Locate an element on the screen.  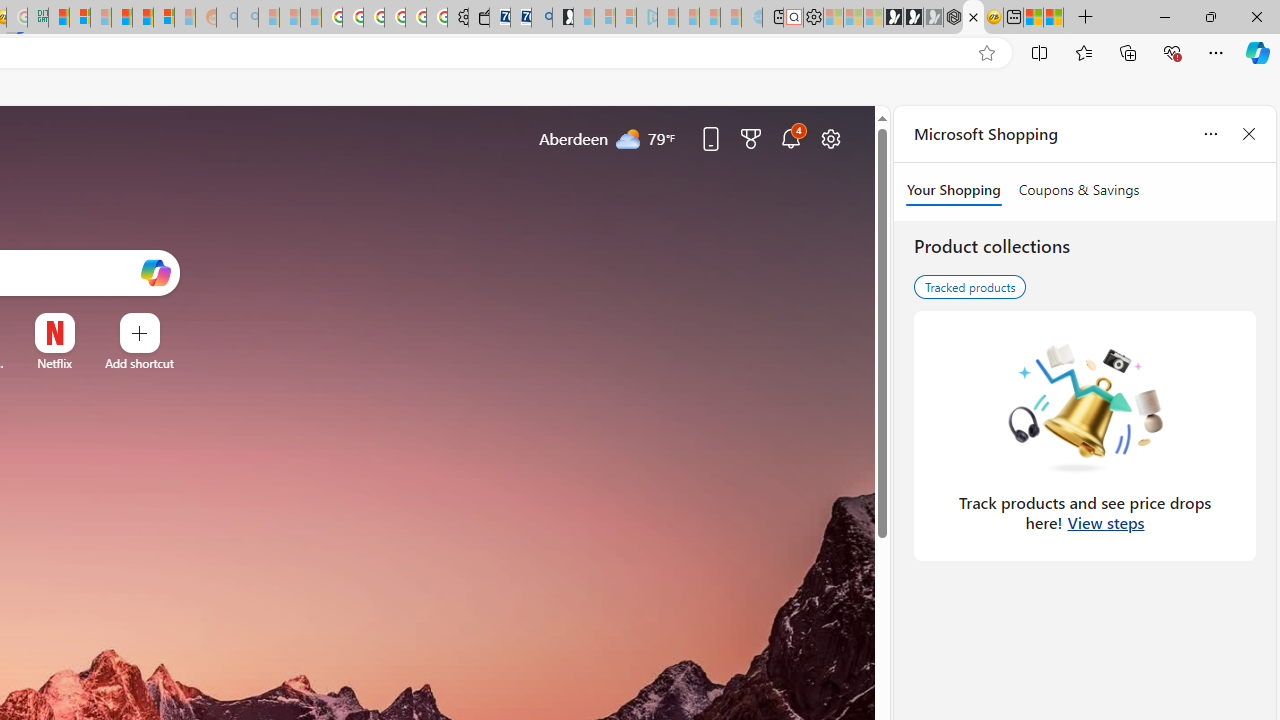
'Expert Portfolios' is located at coordinates (120, 17).